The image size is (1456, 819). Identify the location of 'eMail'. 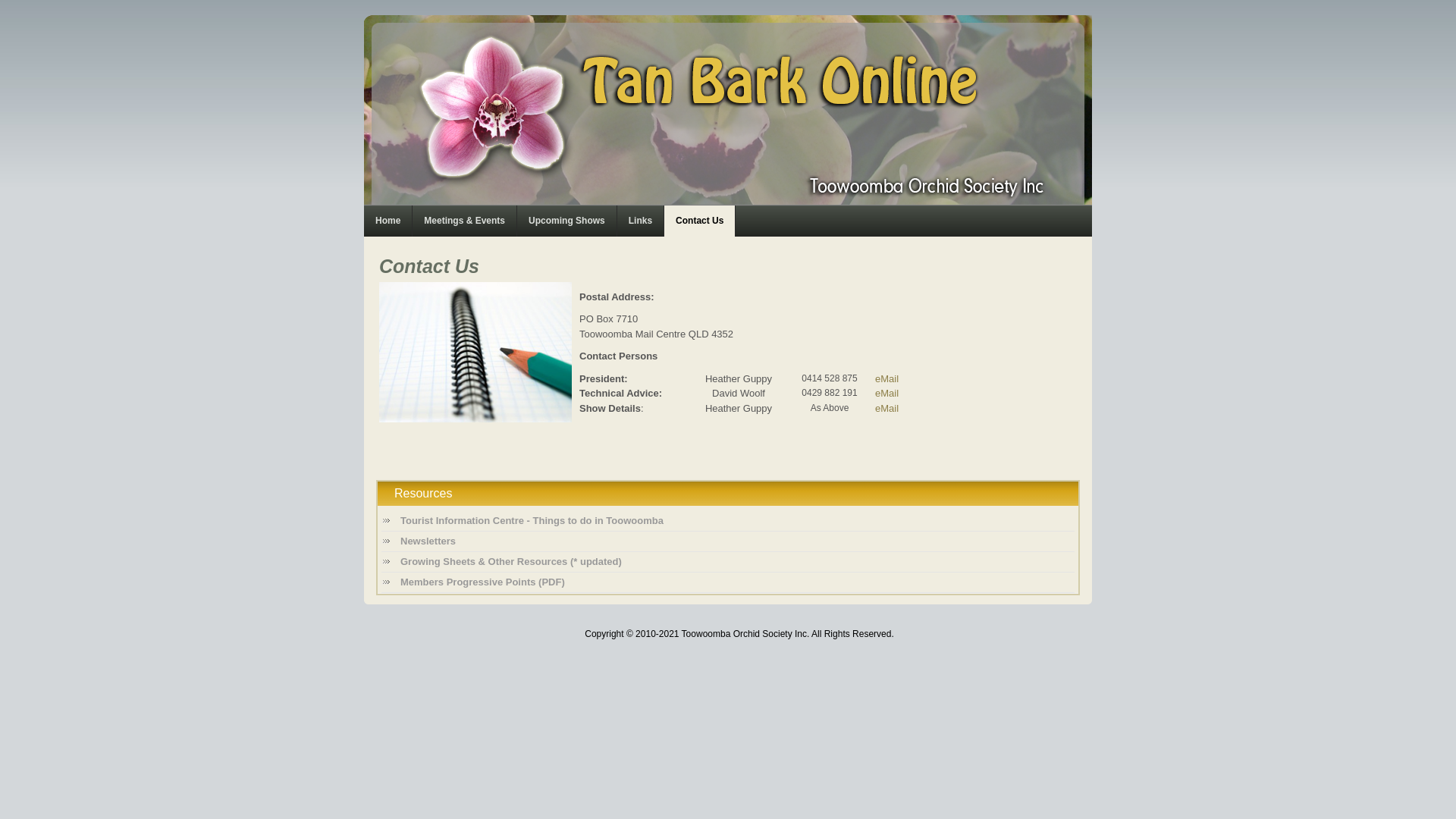
(874, 406).